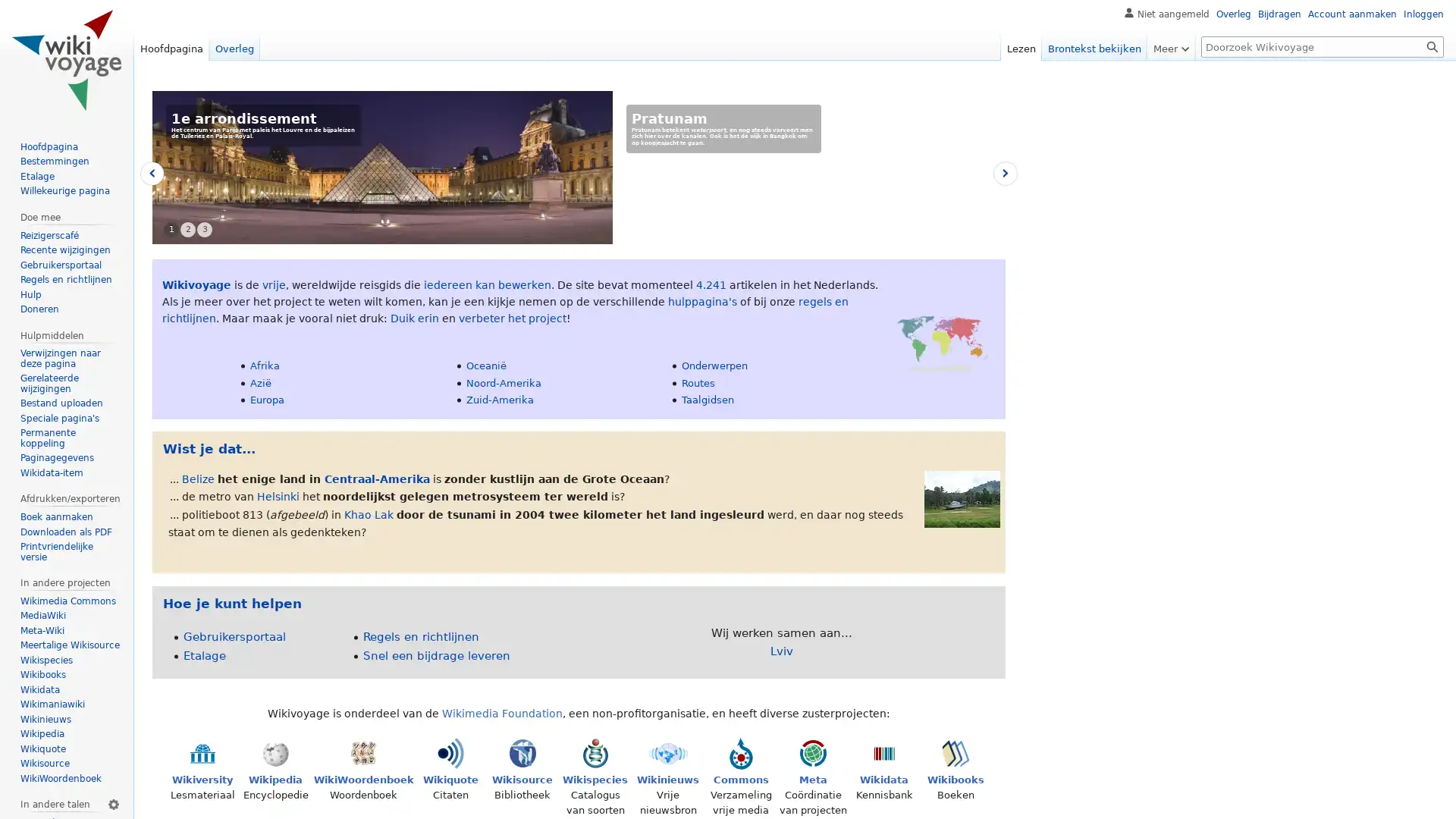 Image resolution: width=1456 pixels, height=819 pixels. I want to click on Taalinstellingen, so click(112, 803).